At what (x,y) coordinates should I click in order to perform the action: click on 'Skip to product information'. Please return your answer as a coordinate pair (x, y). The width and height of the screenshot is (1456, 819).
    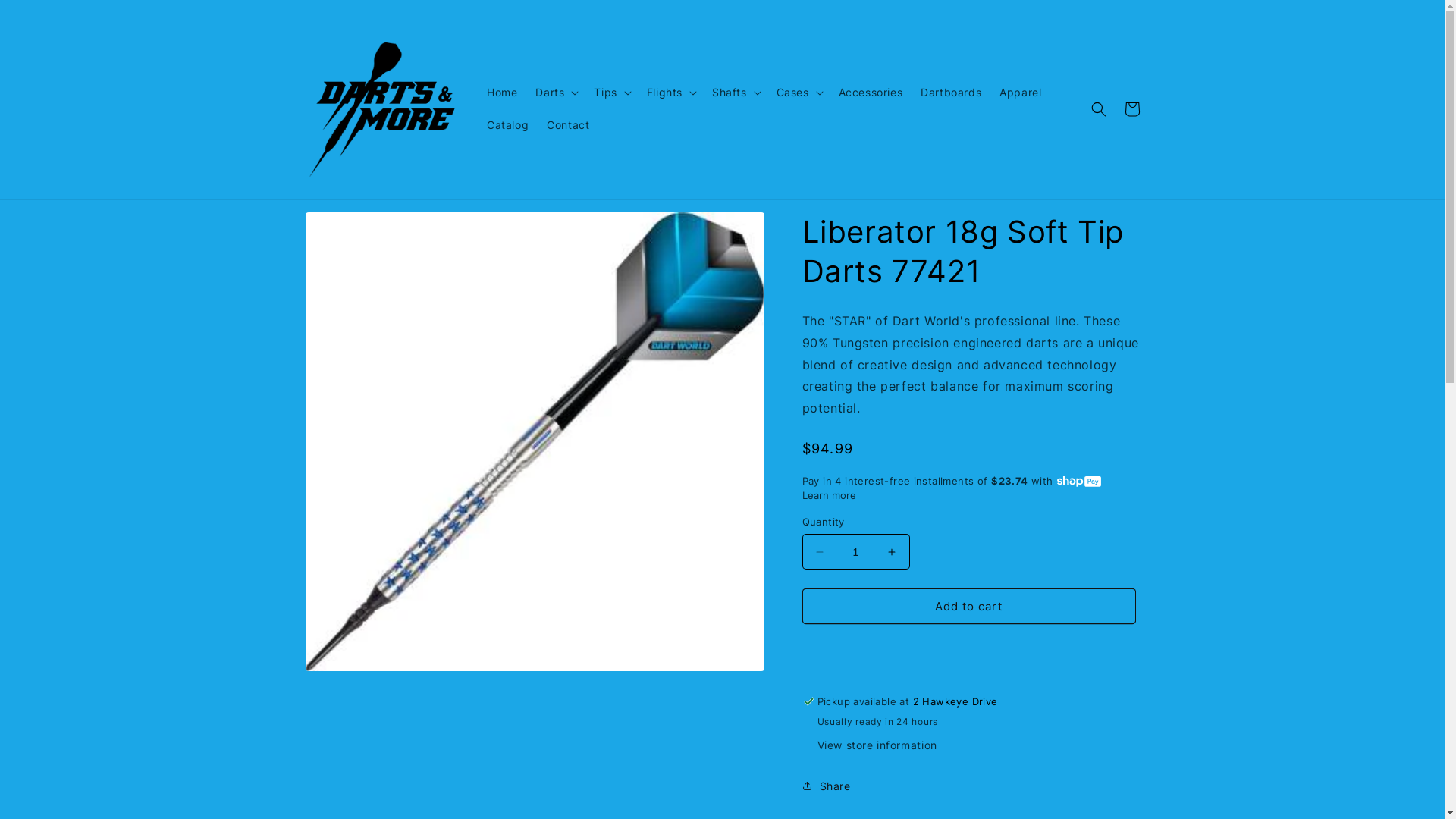
    Looking at the image, I should click on (350, 229).